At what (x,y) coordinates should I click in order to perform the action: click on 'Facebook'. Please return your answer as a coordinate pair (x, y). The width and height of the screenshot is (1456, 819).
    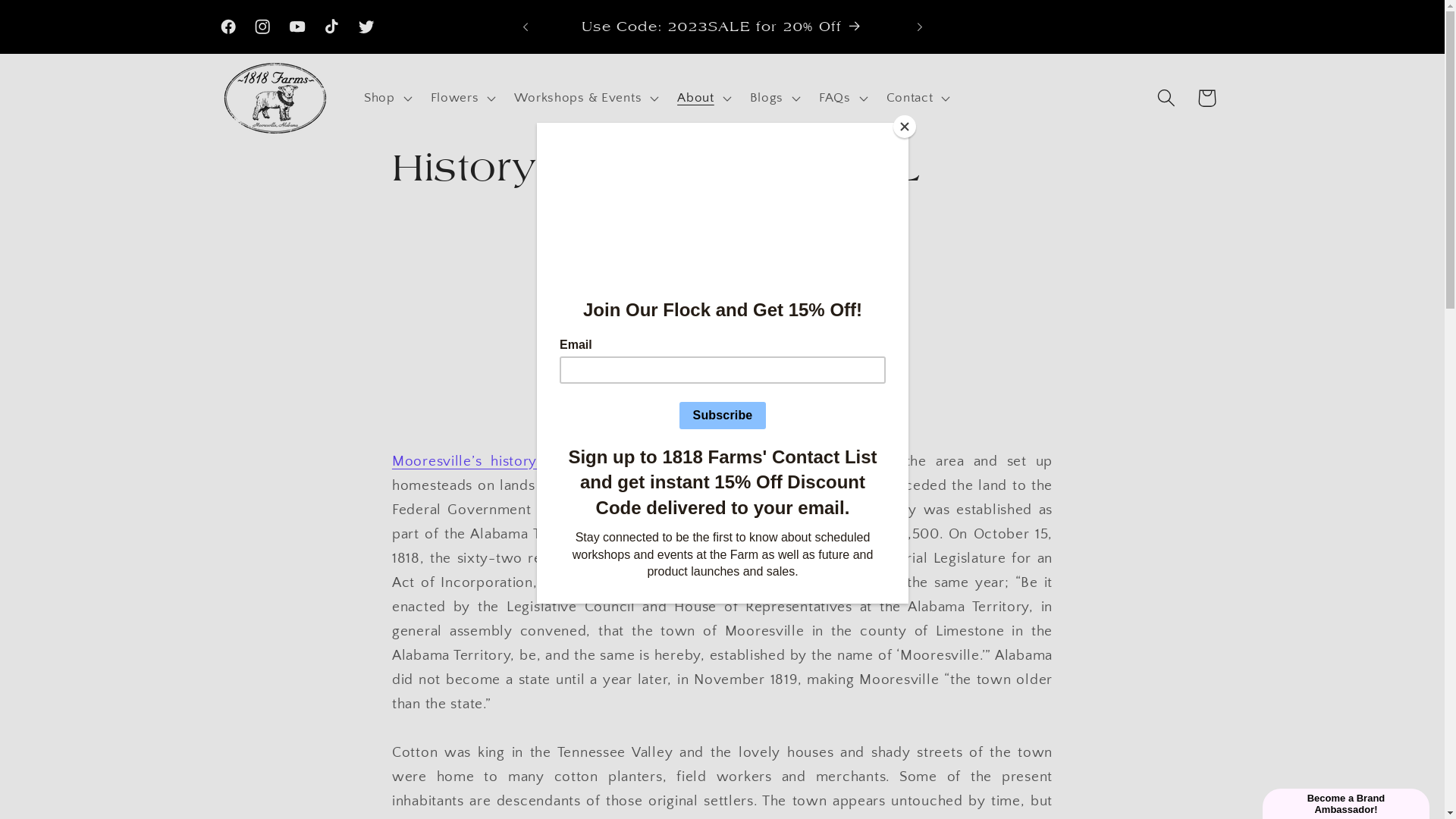
    Looking at the image, I should click on (227, 27).